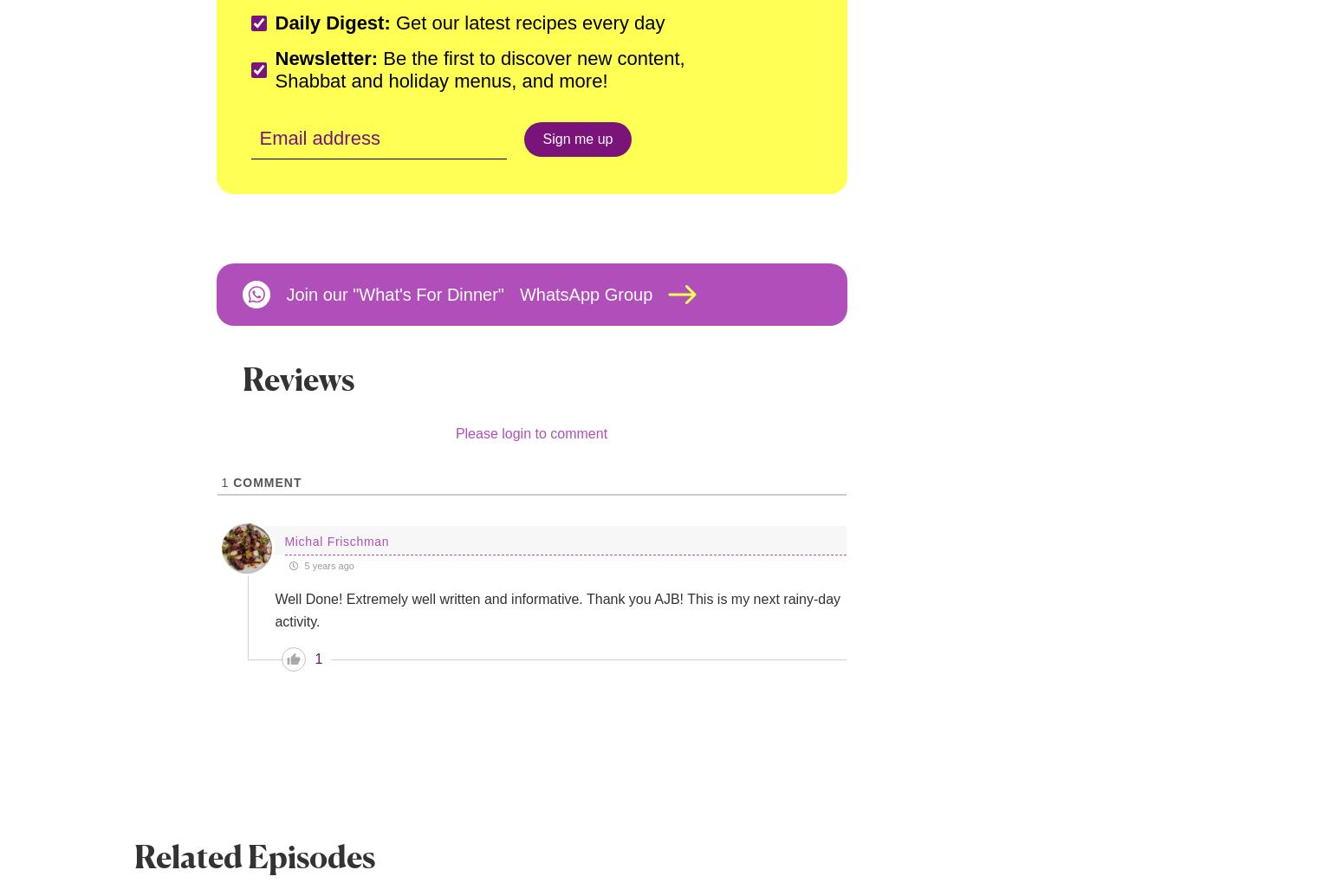  Describe the element at coordinates (296, 379) in the screenshot. I see `'Reviews'` at that location.